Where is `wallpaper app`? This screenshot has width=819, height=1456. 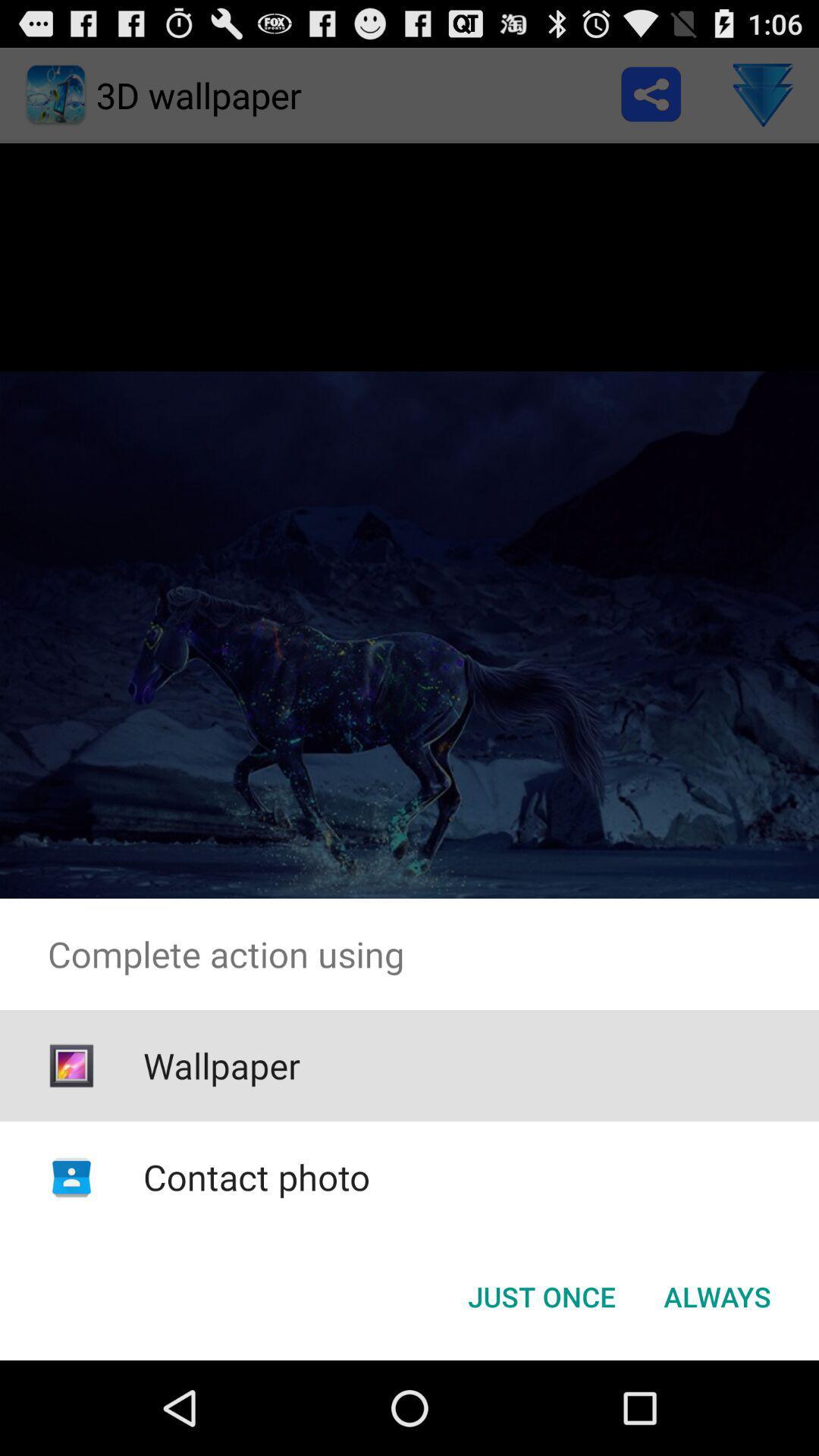 wallpaper app is located at coordinates (221, 1065).